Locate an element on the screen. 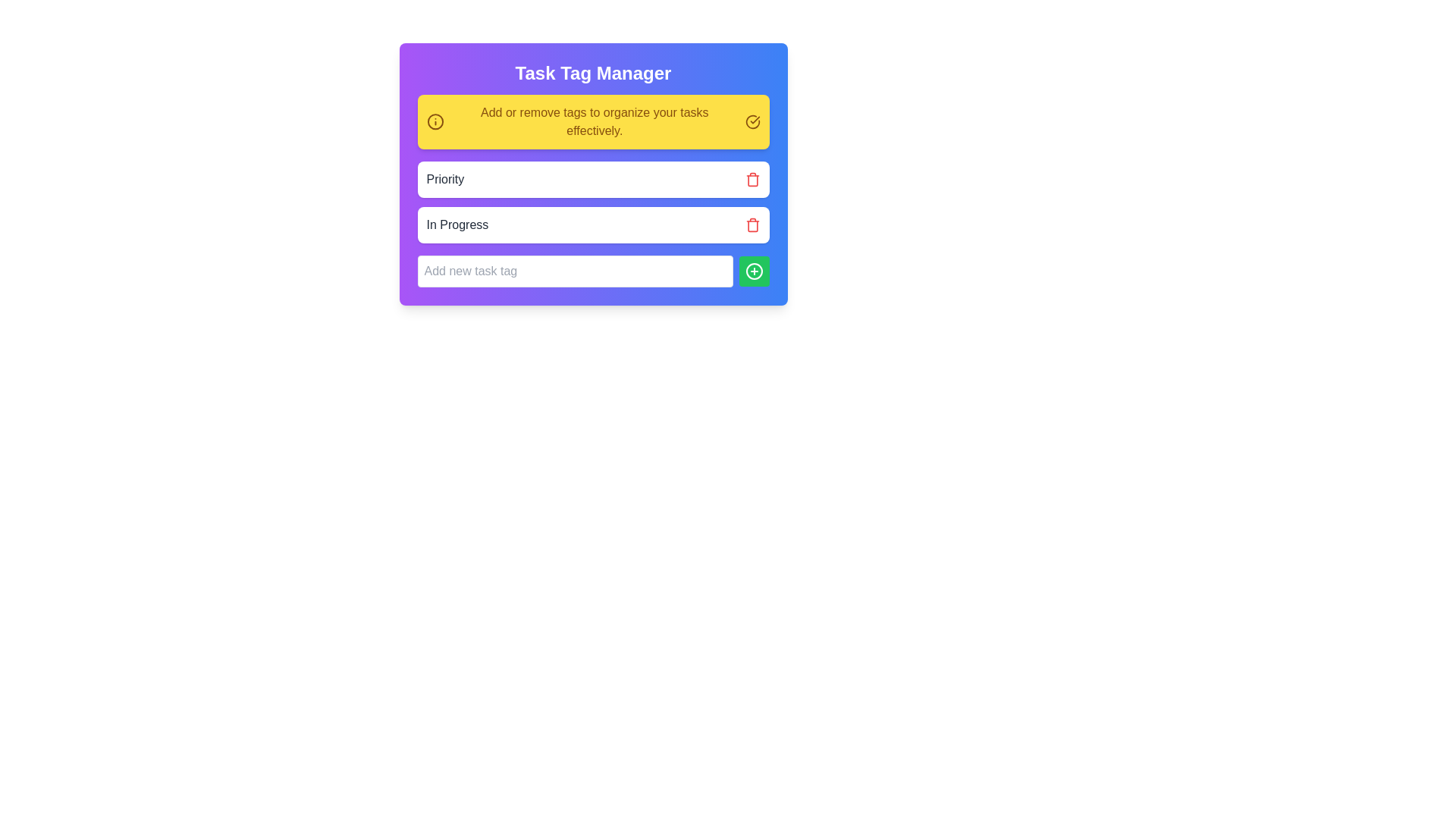 The image size is (1456, 819). the confirmation or refresh button located at the top-right corner of the yellow notification banner titled 'Add or remove tags to organize your tasks effectively' is located at coordinates (752, 121).